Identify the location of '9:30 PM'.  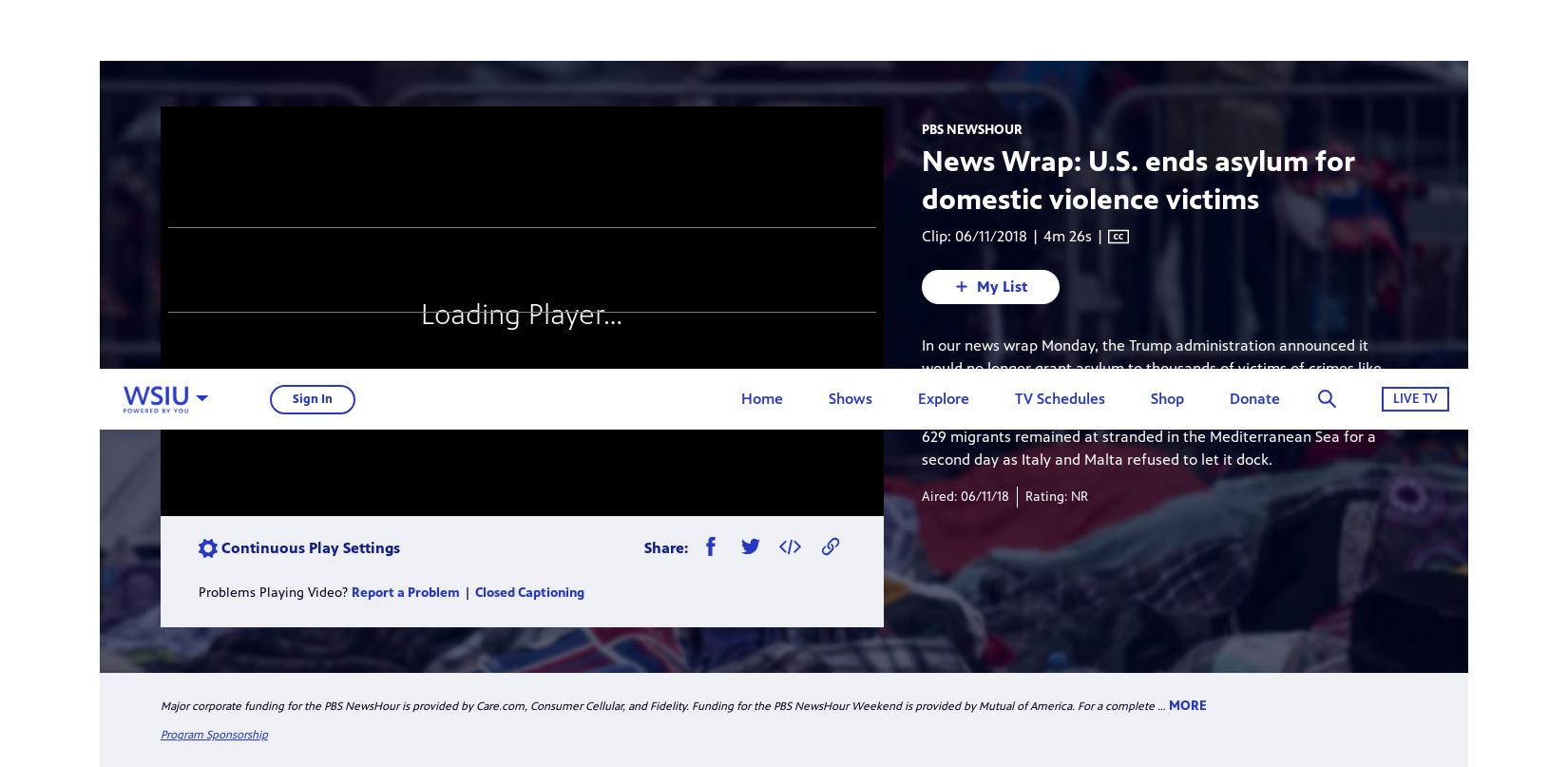
(881, 294).